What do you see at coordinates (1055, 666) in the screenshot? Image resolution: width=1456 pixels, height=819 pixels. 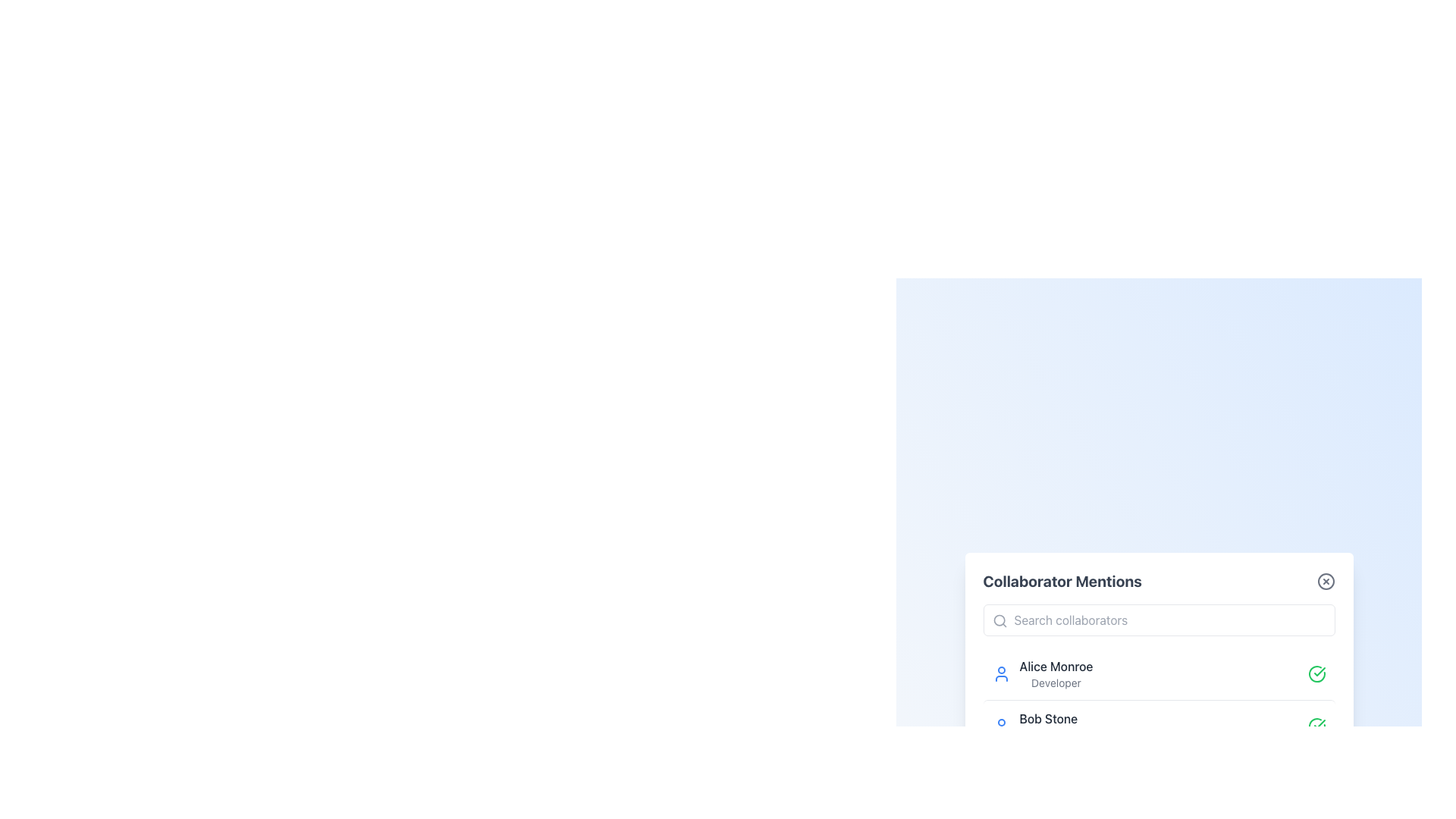 I see `the text display element that shows 'Alice Monroe'` at bounding box center [1055, 666].